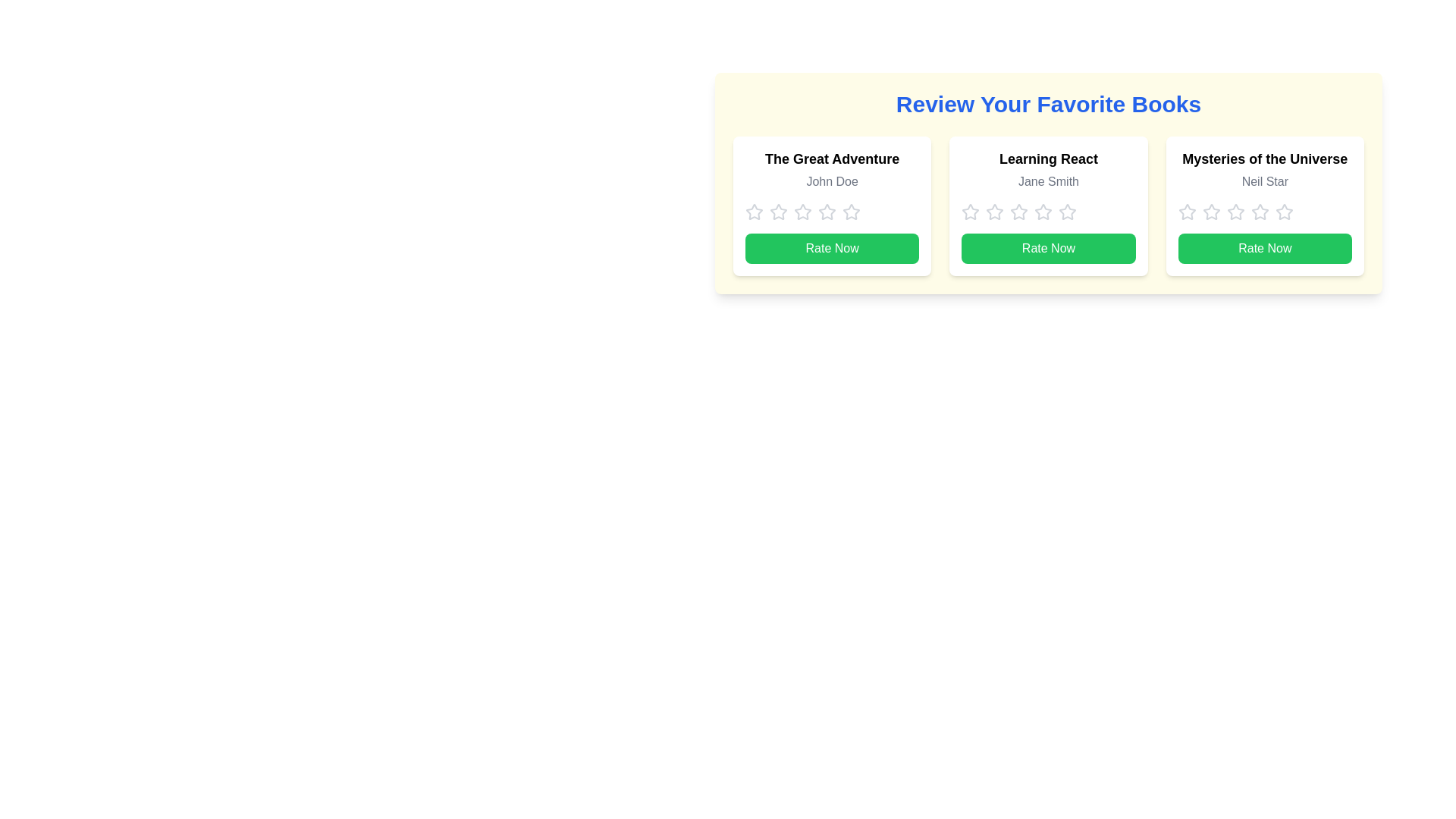 This screenshot has height=819, width=1456. I want to click on the fourth Interactive Star Icon in the rating system for the book 'Learning React' by Jane Smith, so click(1067, 212).